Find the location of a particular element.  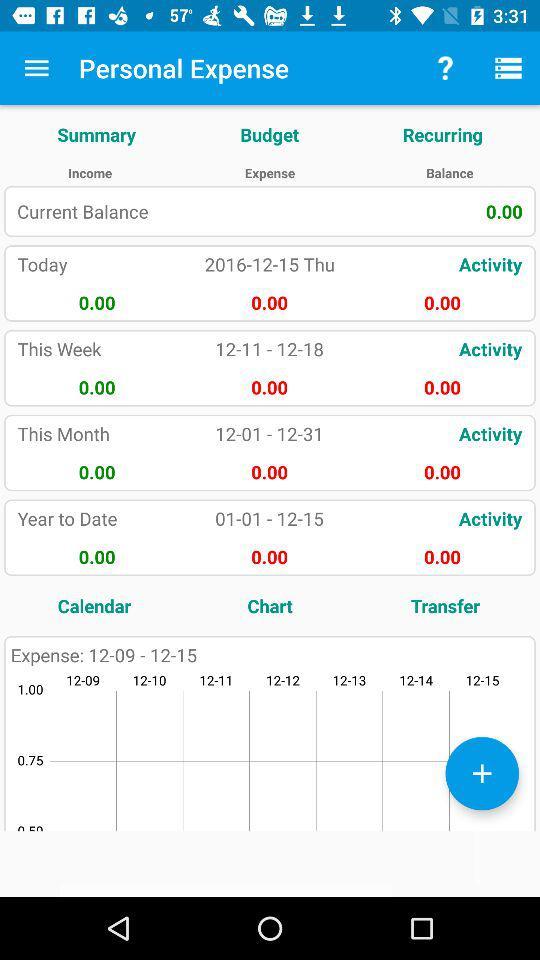

item above the summary is located at coordinates (36, 68).